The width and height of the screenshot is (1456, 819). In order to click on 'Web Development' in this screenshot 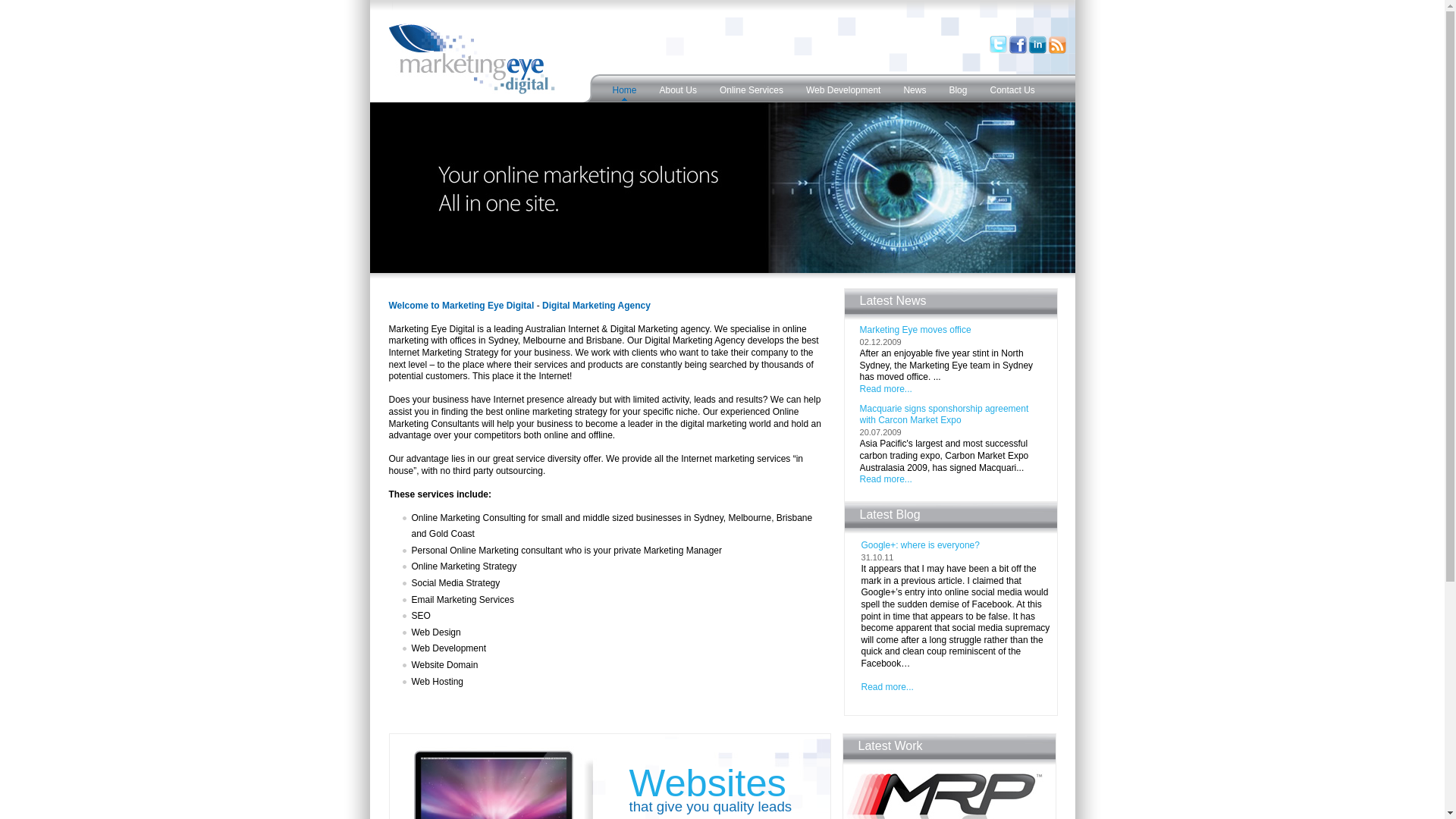, I will do `click(843, 87)`.